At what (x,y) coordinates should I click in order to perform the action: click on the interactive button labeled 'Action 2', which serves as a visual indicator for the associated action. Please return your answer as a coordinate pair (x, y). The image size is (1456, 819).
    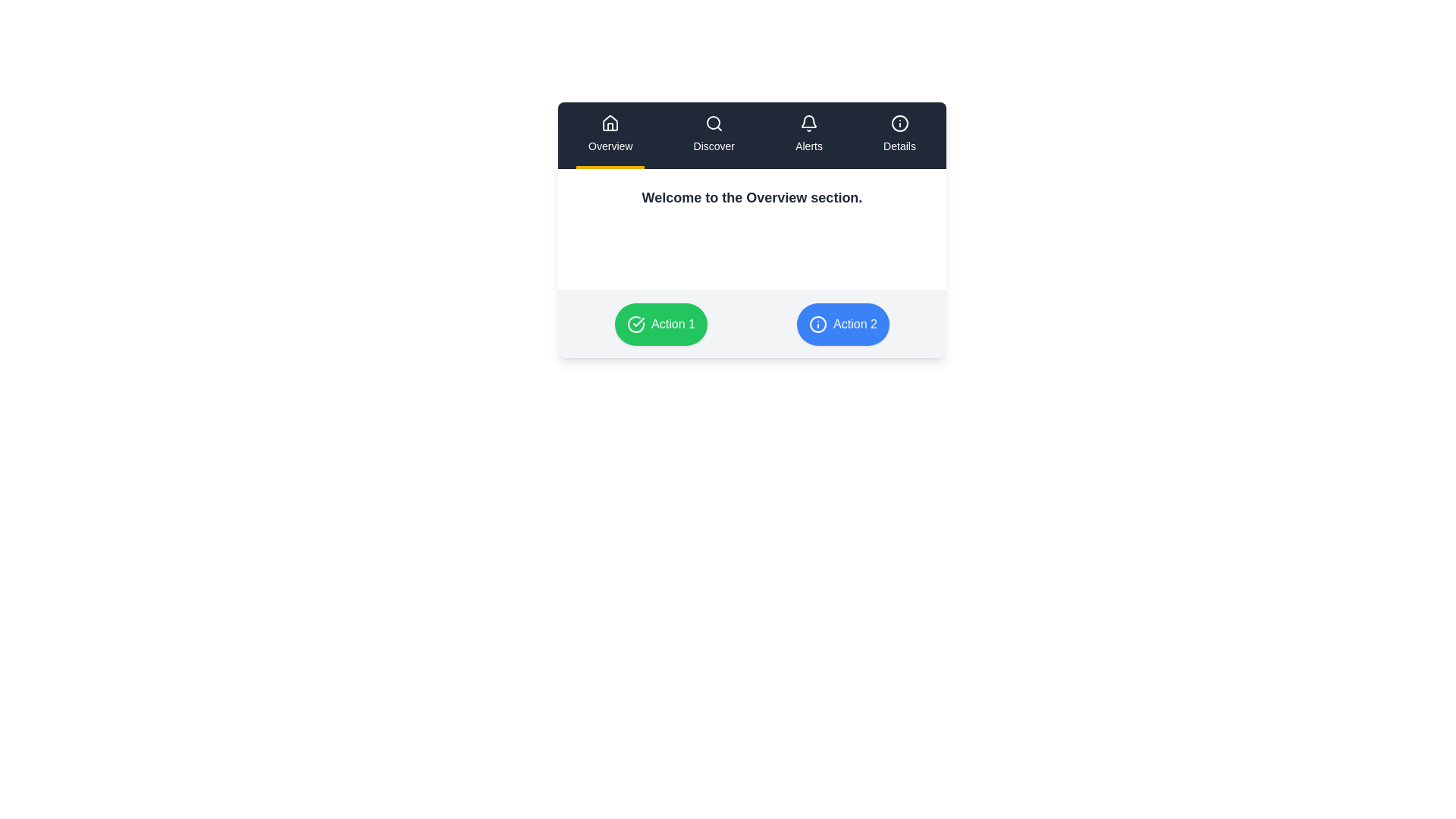
    Looking at the image, I should click on (817, 324).